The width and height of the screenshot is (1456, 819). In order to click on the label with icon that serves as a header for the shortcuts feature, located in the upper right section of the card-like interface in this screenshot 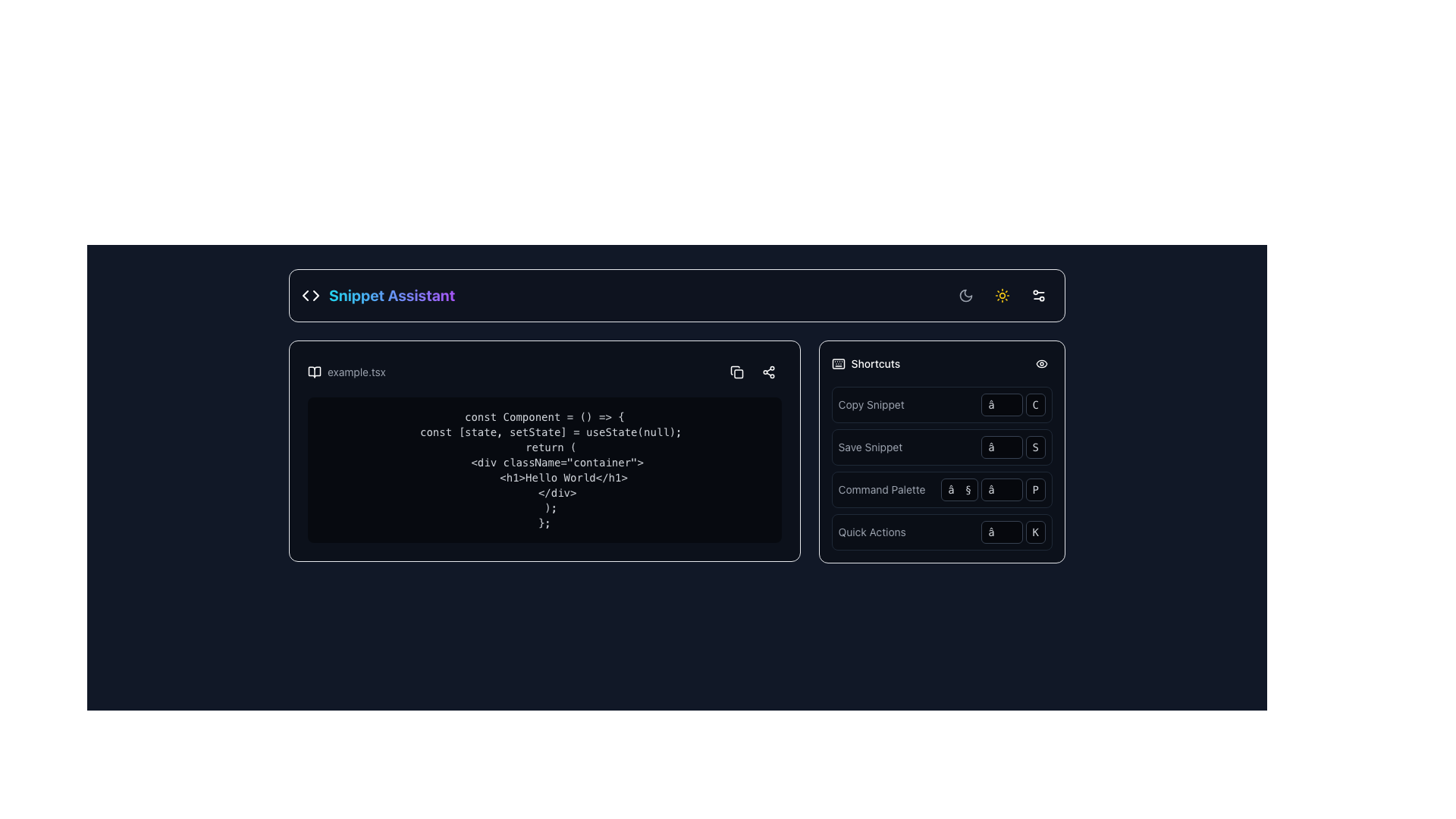, I will do `click(866, 363)`.